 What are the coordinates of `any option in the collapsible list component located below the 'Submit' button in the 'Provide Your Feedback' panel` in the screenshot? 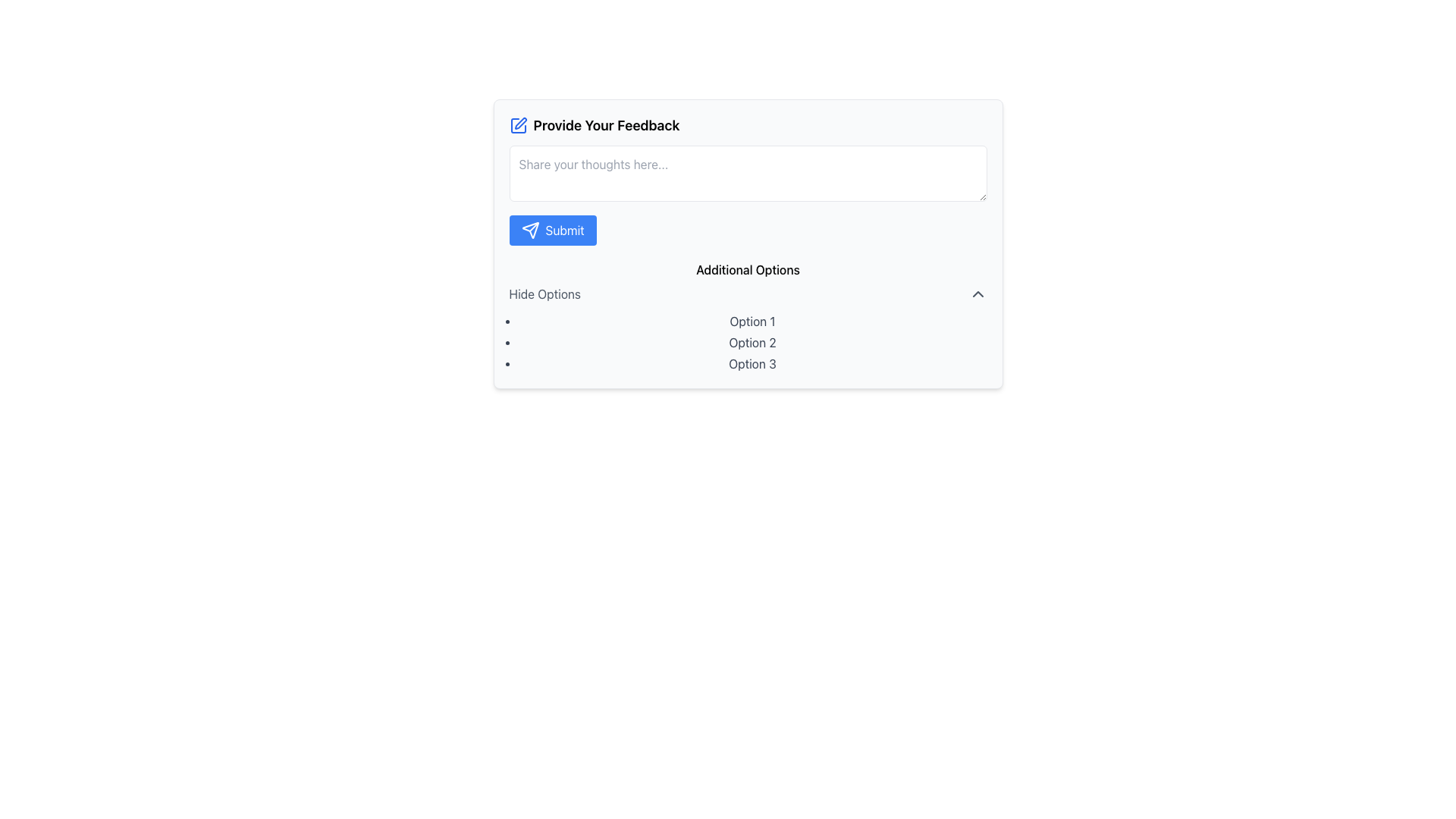 It's located at (748, 315).